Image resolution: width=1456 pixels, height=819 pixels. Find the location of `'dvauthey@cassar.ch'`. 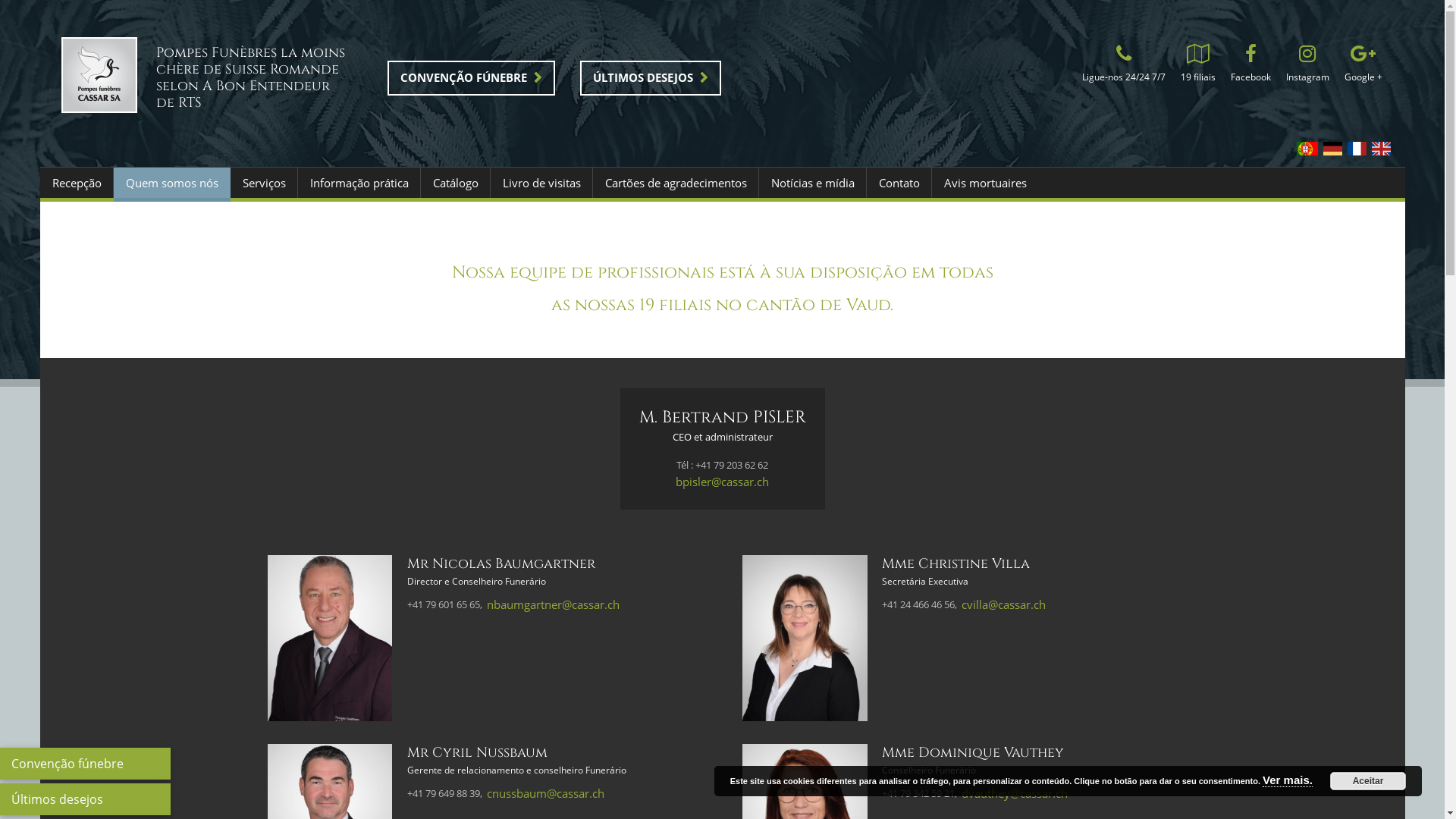

'dvauthey@cassar.ch' is located at coordinates (960, 792).